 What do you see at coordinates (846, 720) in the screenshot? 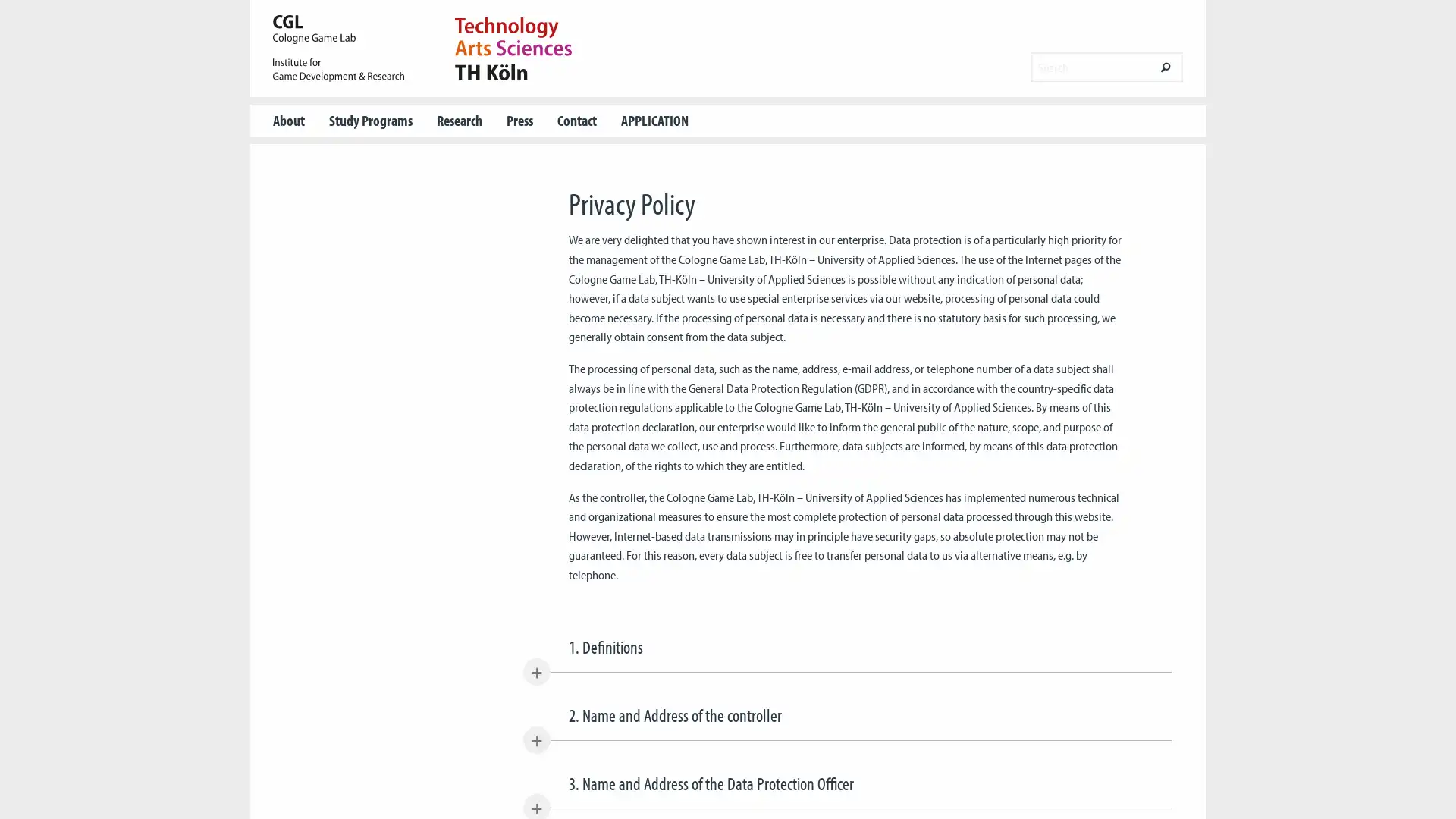
I see `2. Name and Address of the controller +` at bounding box center [846, 720].